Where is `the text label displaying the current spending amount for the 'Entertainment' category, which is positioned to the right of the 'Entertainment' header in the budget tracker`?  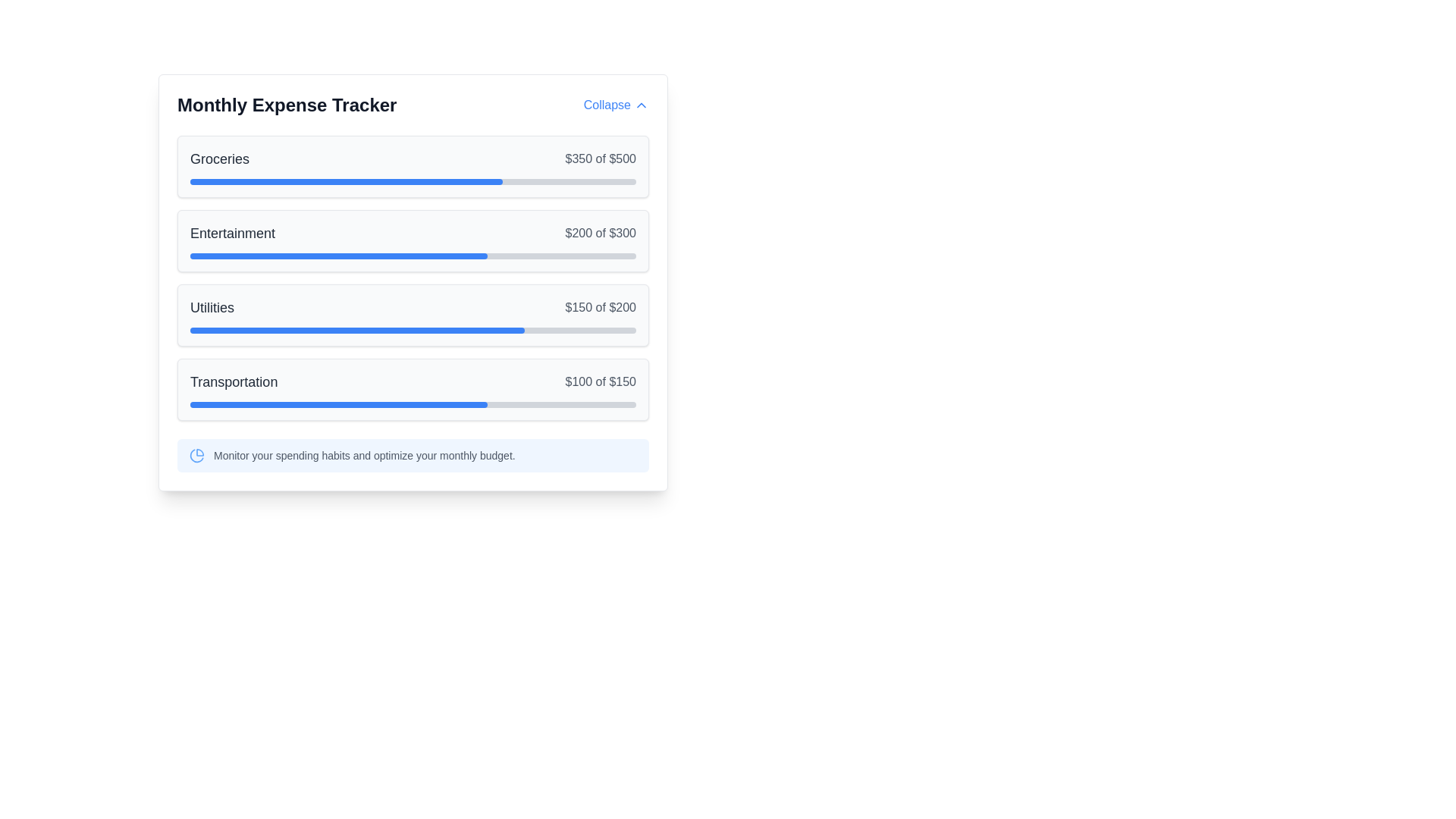 the text label displaying the current spending amount for the 'Entertainment' category, which is positioned to the right of the 'Entertainment' header in the budget tracker is located at coordinates (600, 234).